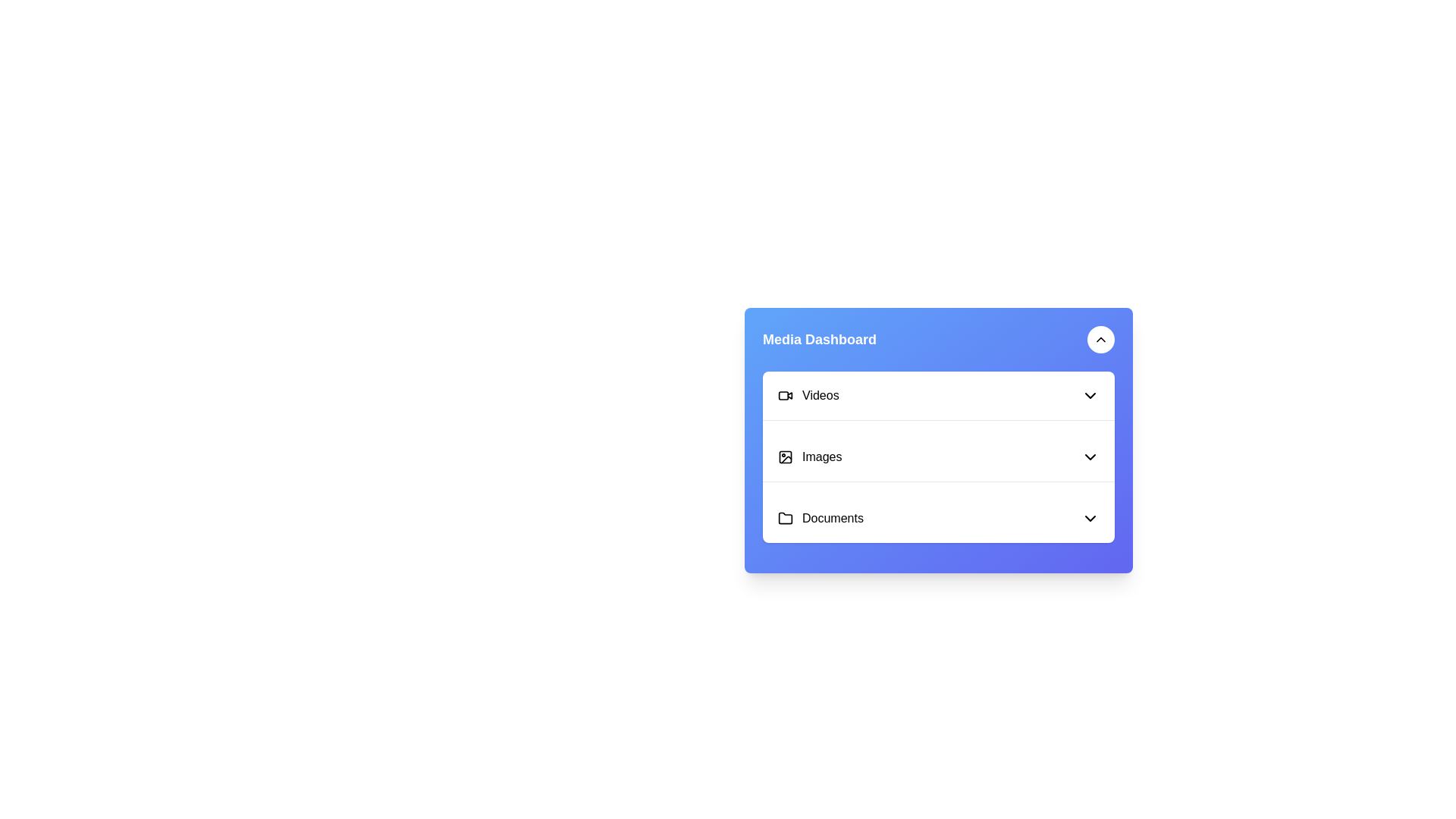 This screenshot has width=1456, height=819. I want to click on keyboard navigation, so click(1090, 456).